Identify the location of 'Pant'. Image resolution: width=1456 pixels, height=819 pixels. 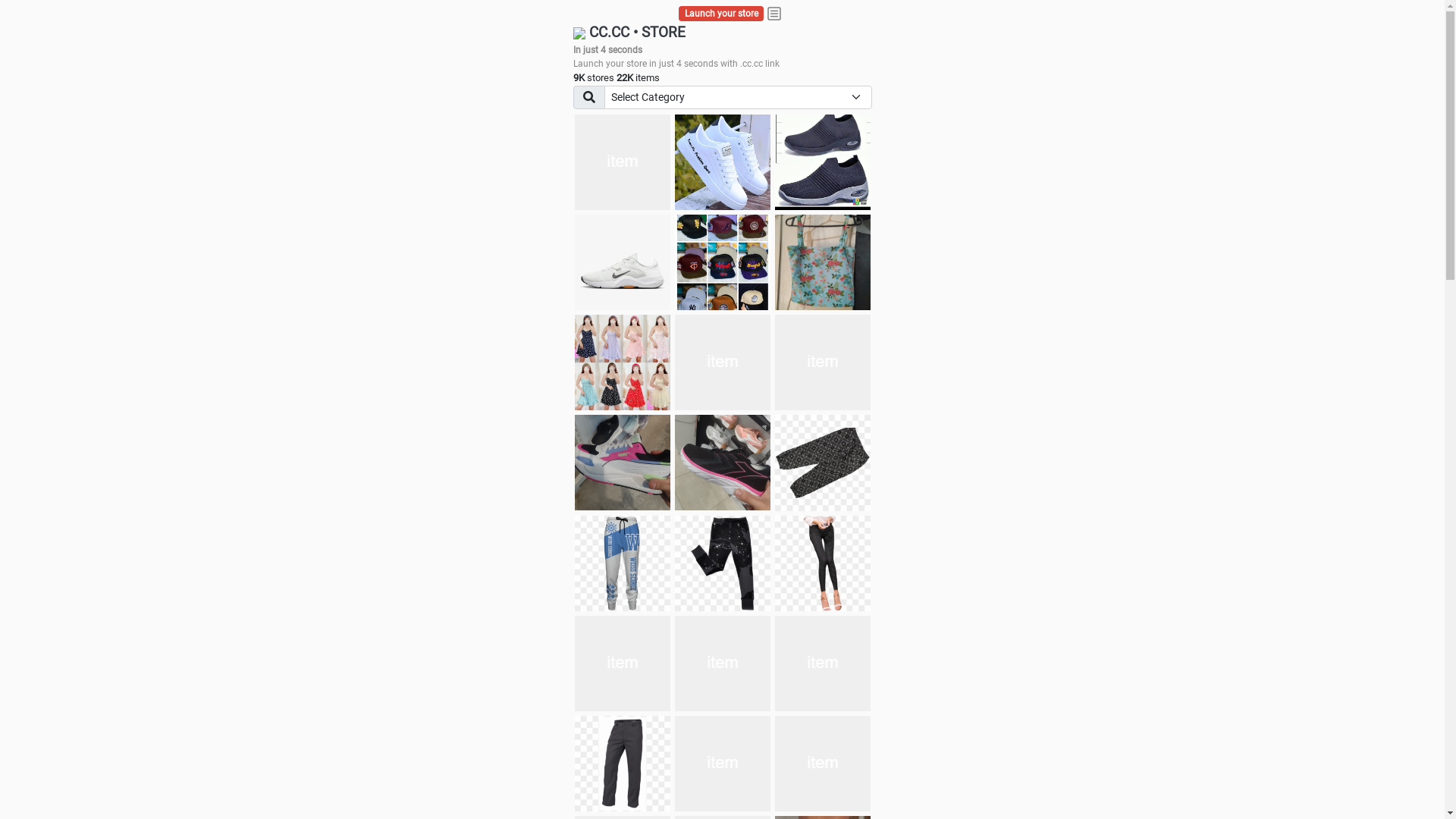
(622, 763).